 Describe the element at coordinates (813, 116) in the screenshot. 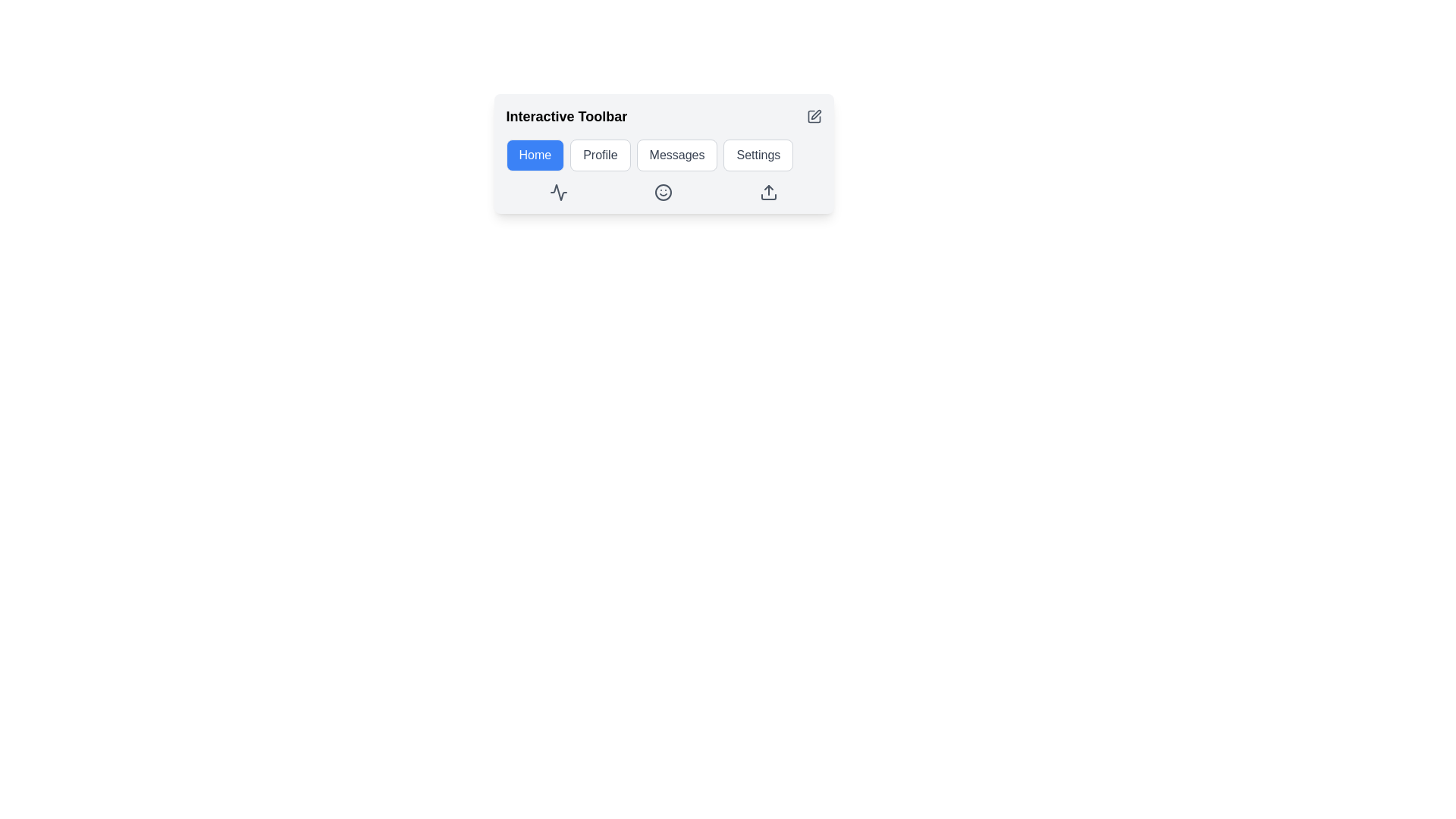

I see `the edit action icon button located at the top-right corner of the 'Interactive Toolbar', which is represented by a pencil icon` at that location.